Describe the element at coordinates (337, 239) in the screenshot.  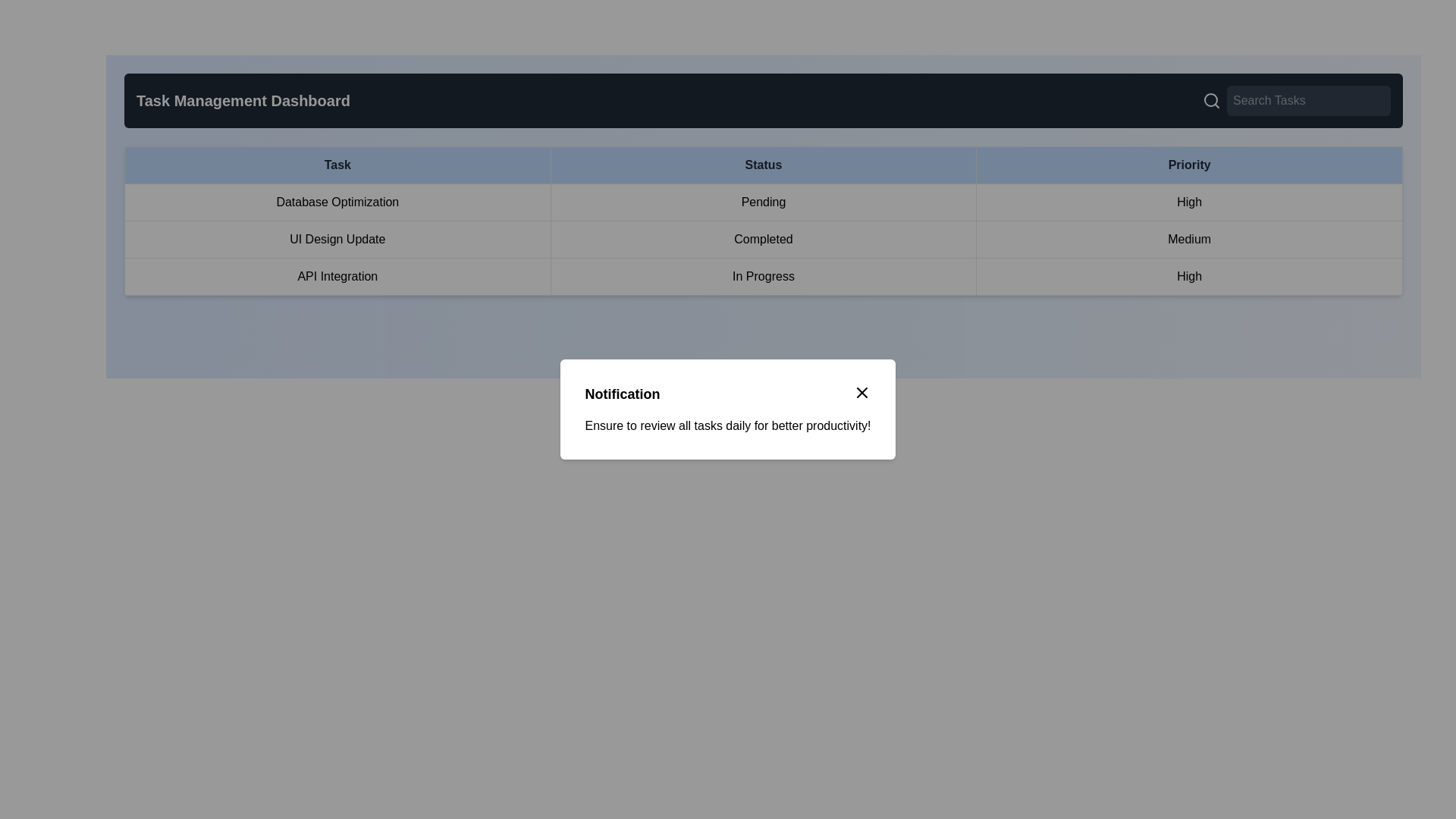
I see `displayed text in the Text Display Field representing 'UI Design Update' located in the second row of the Task Management Dashboard table` at that location.